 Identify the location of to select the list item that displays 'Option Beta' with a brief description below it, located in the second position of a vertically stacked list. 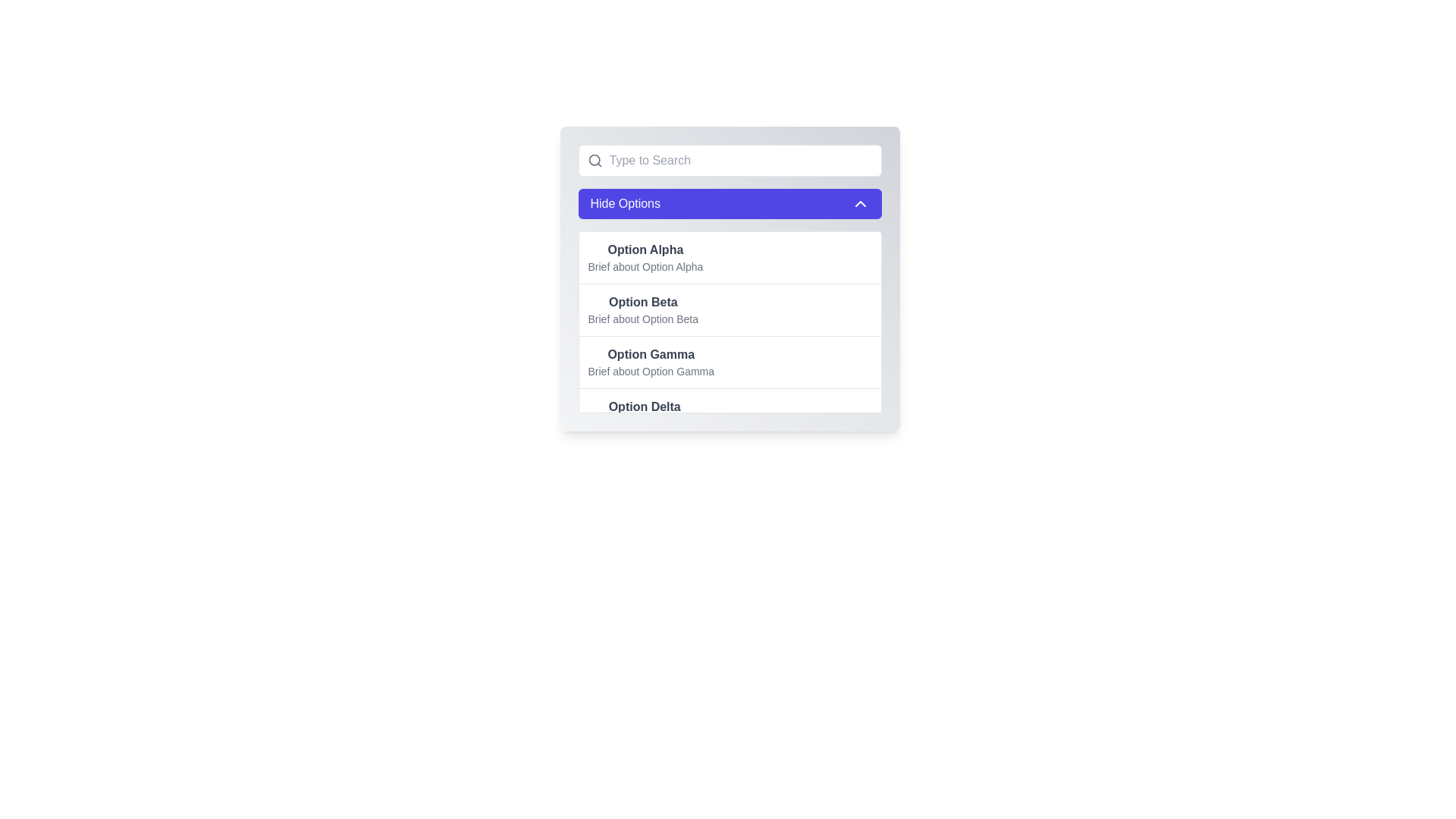
(730, 309).